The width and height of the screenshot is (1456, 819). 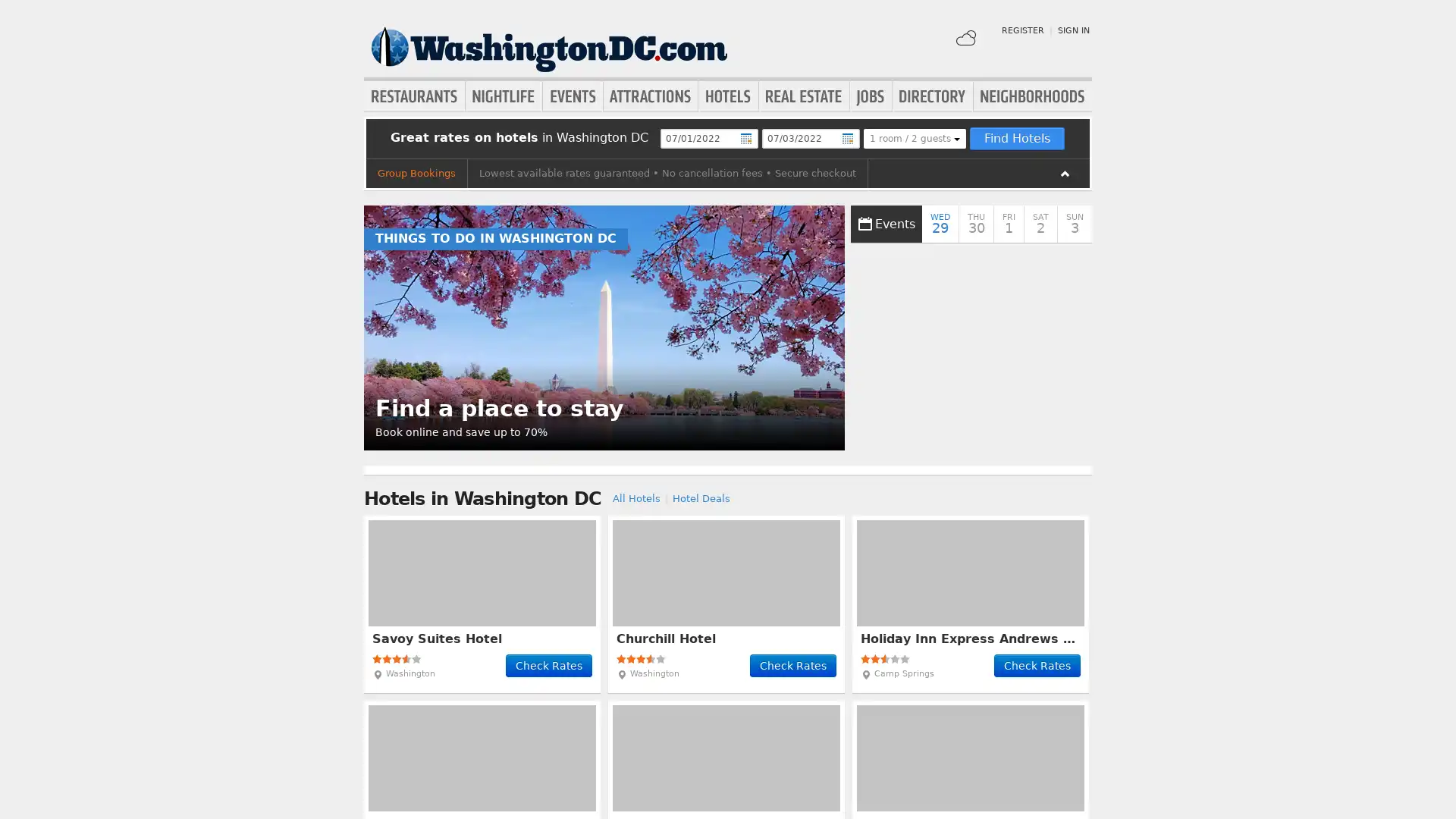 What do you see at coordinates (1016, 138) in the screenshot?
I see `Find Hotels` at bounding box center [1016, 138].